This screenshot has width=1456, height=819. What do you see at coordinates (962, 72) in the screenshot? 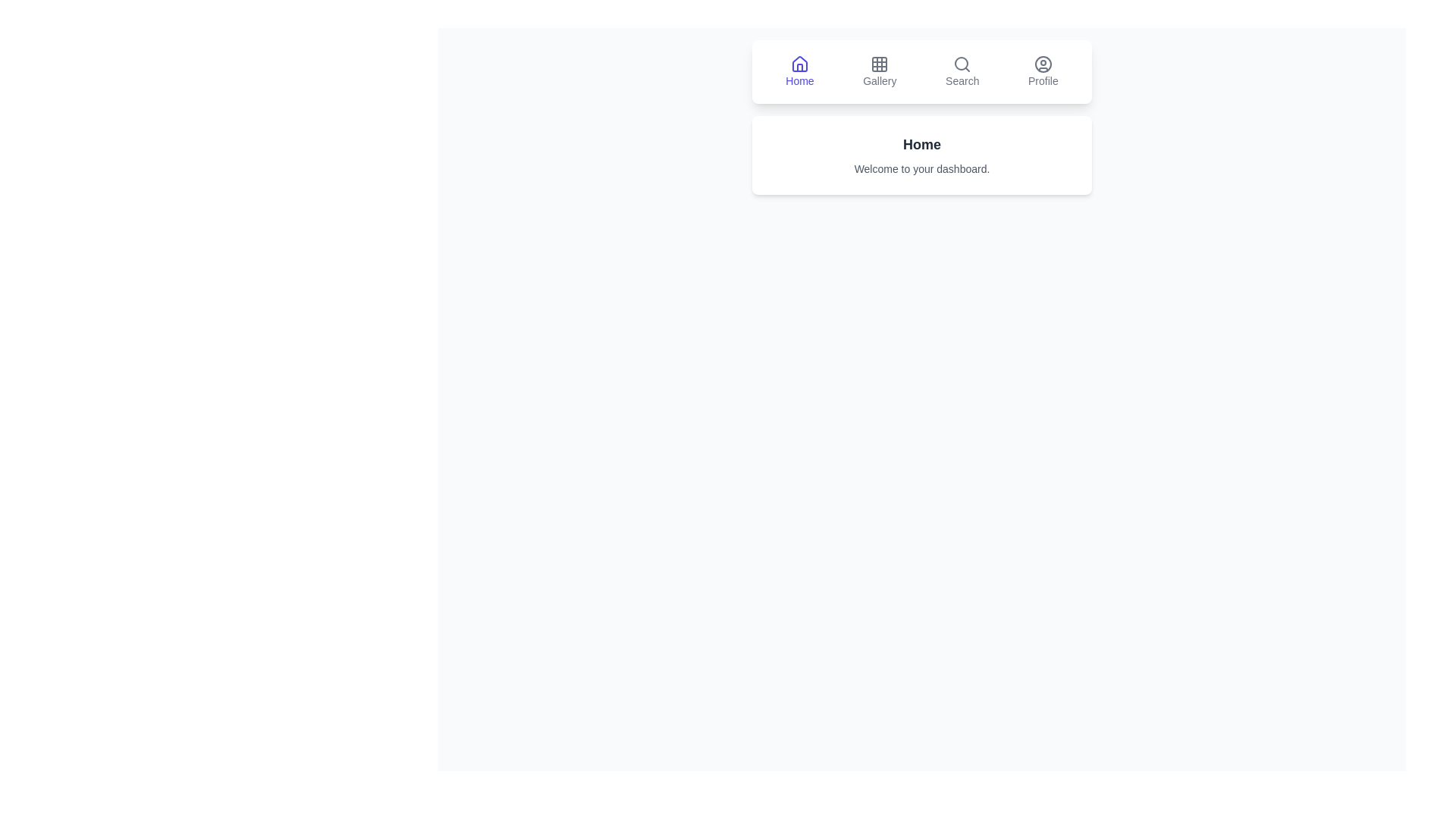
I see `the icon labeled Search in the navigation bar` at bounding box center [962, 72].